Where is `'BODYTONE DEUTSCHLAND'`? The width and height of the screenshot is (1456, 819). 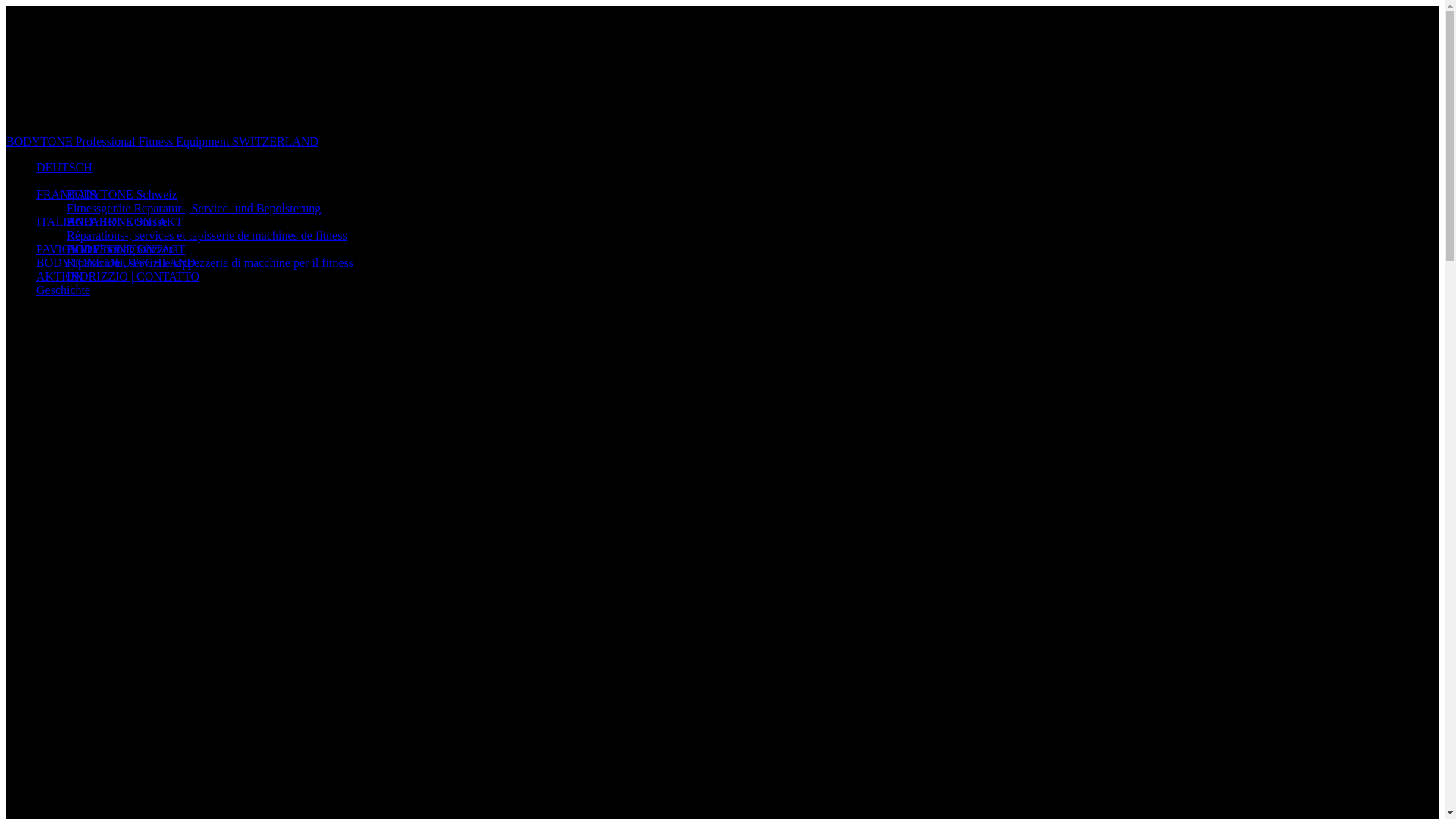
'BODYTONE DEUTSCHLAND' is located at coordinates (115, 262).